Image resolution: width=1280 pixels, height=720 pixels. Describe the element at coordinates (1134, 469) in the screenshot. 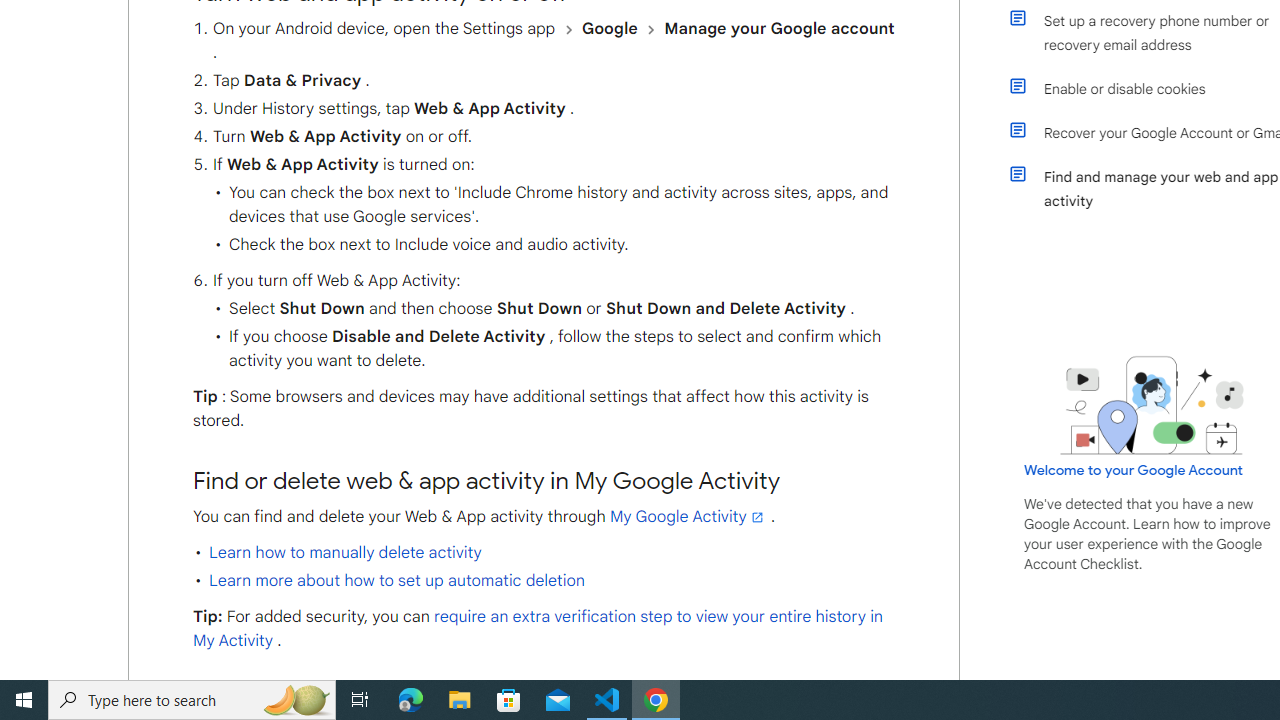

I see `'Welcome to your Google Account'` at that location.